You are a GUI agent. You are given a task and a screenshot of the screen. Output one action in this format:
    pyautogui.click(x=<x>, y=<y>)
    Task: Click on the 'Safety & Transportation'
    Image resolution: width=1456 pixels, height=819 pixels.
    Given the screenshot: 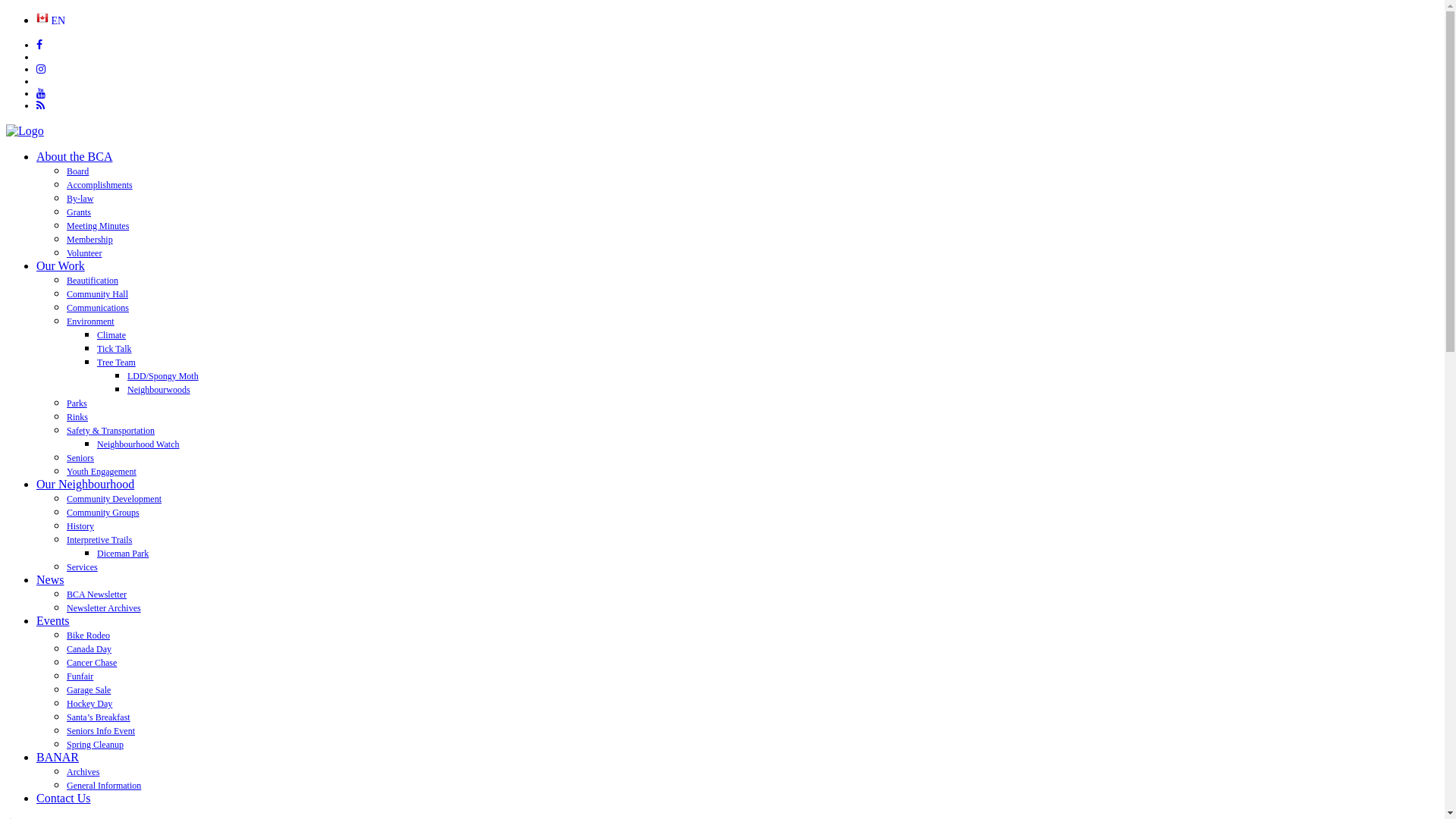 What is the action you would take?
    pyautogui.click(x=109, y=430)
    